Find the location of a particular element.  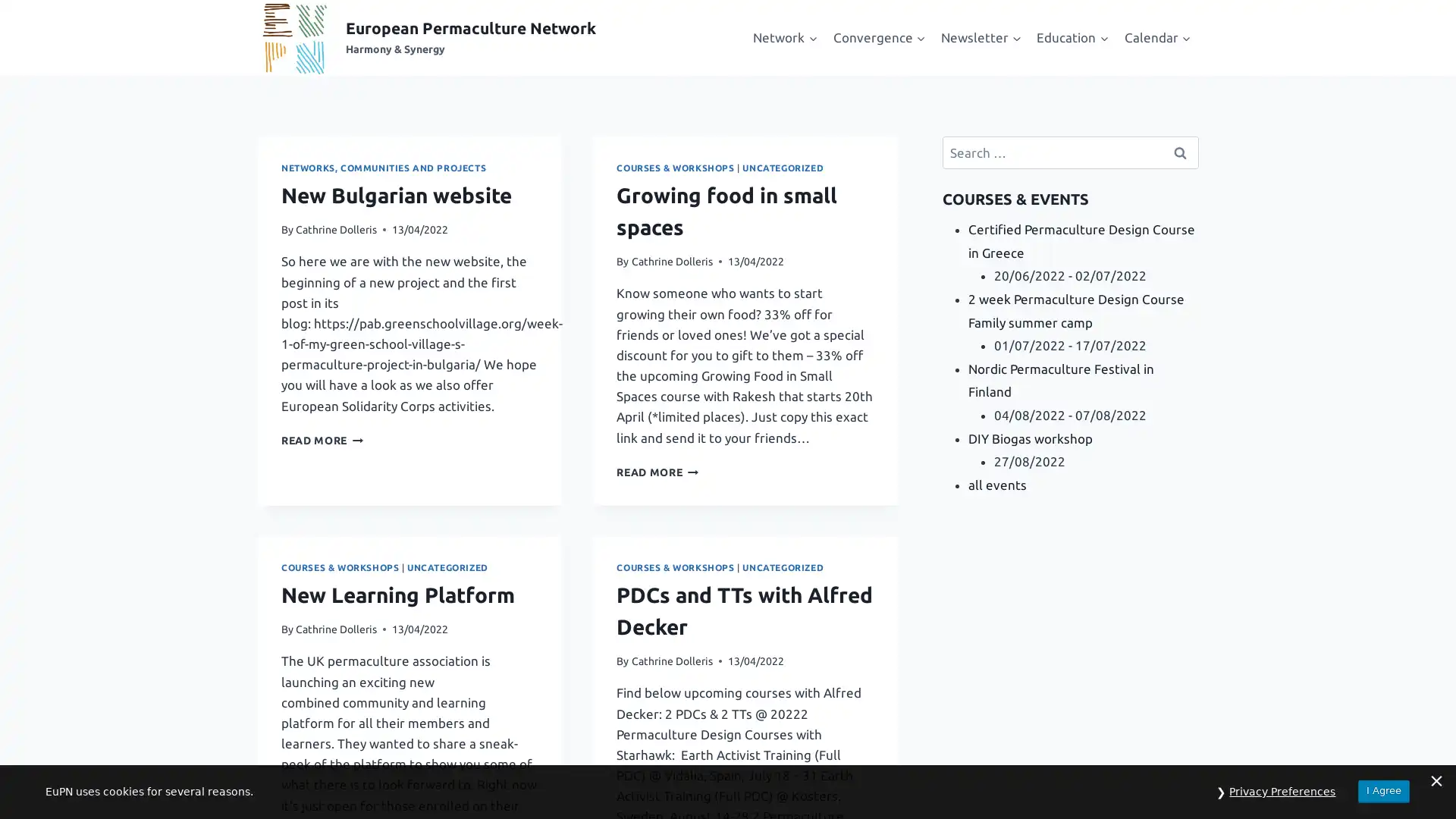

Expand child menu is located at coordinates (785, 36).